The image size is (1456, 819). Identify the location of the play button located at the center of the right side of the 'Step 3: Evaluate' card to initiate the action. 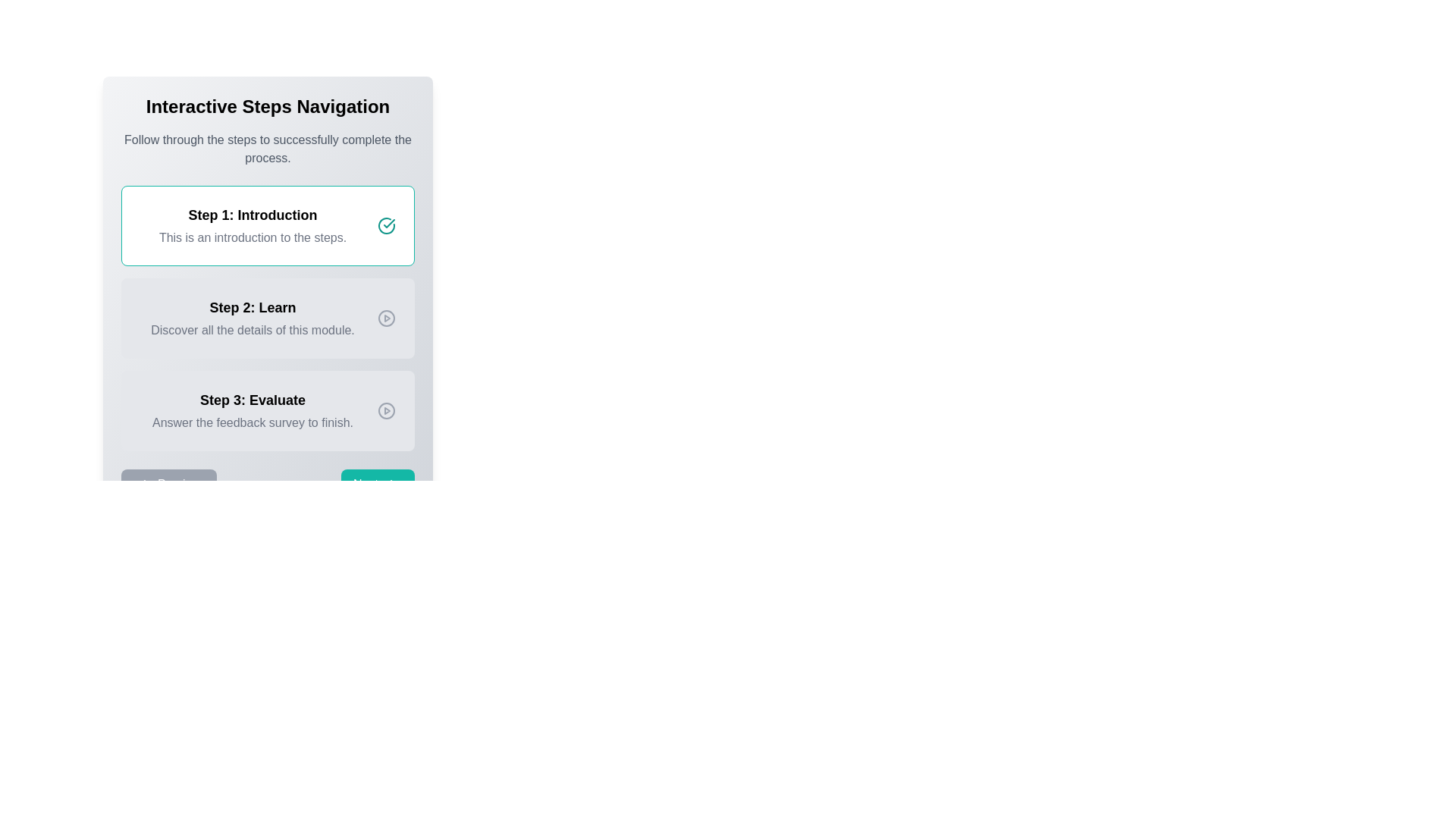
(386, 411).